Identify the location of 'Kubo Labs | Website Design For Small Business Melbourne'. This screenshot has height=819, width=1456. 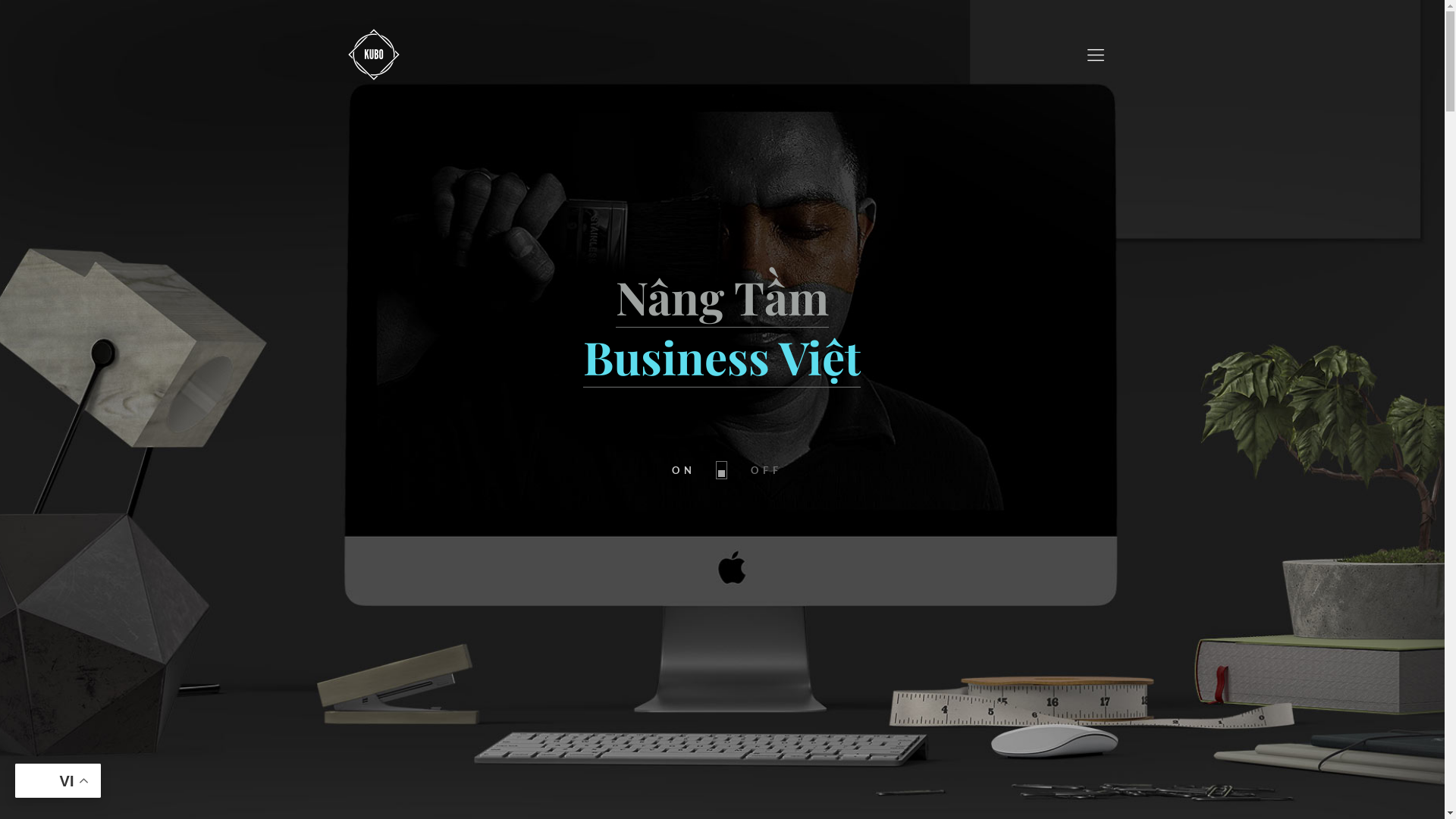
(374, 52).